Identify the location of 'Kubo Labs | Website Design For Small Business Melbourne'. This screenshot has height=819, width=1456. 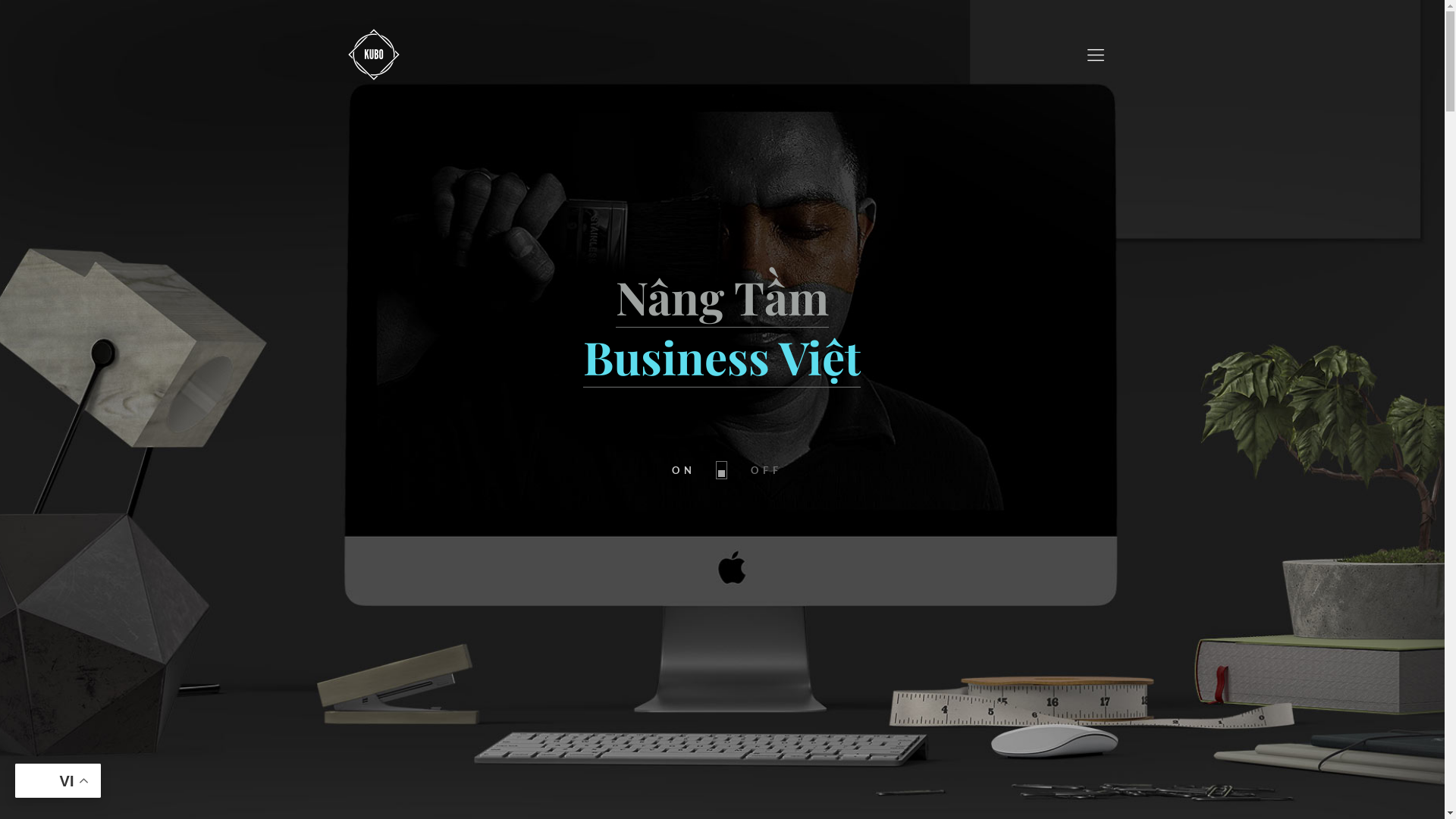
(374, 52).